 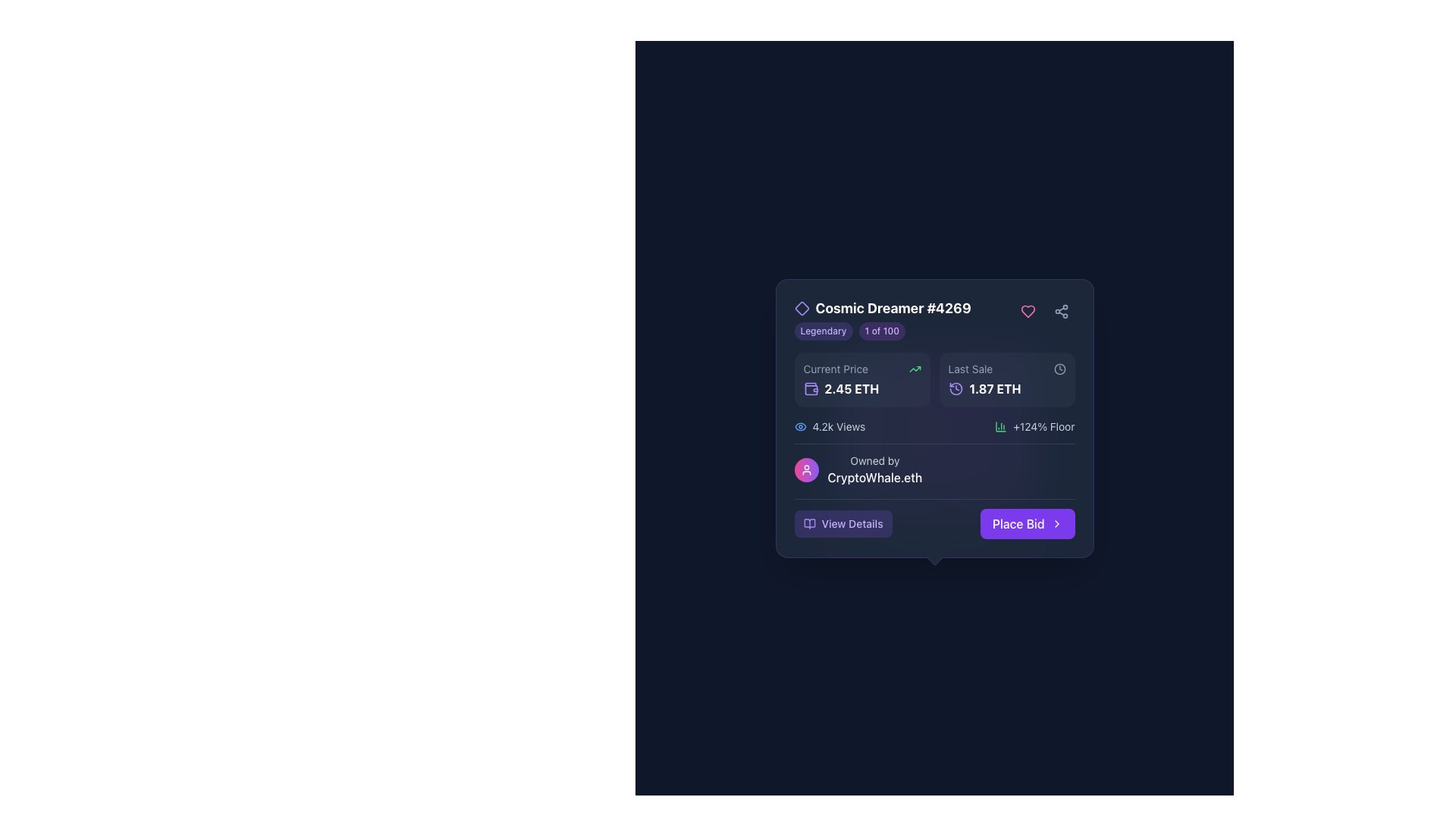 I want to click on the clock icon in the 'Last Sale' section, which is styled with a slate-gray tone and features clock hands in a minimalist design, so click(x=1059, y=369).